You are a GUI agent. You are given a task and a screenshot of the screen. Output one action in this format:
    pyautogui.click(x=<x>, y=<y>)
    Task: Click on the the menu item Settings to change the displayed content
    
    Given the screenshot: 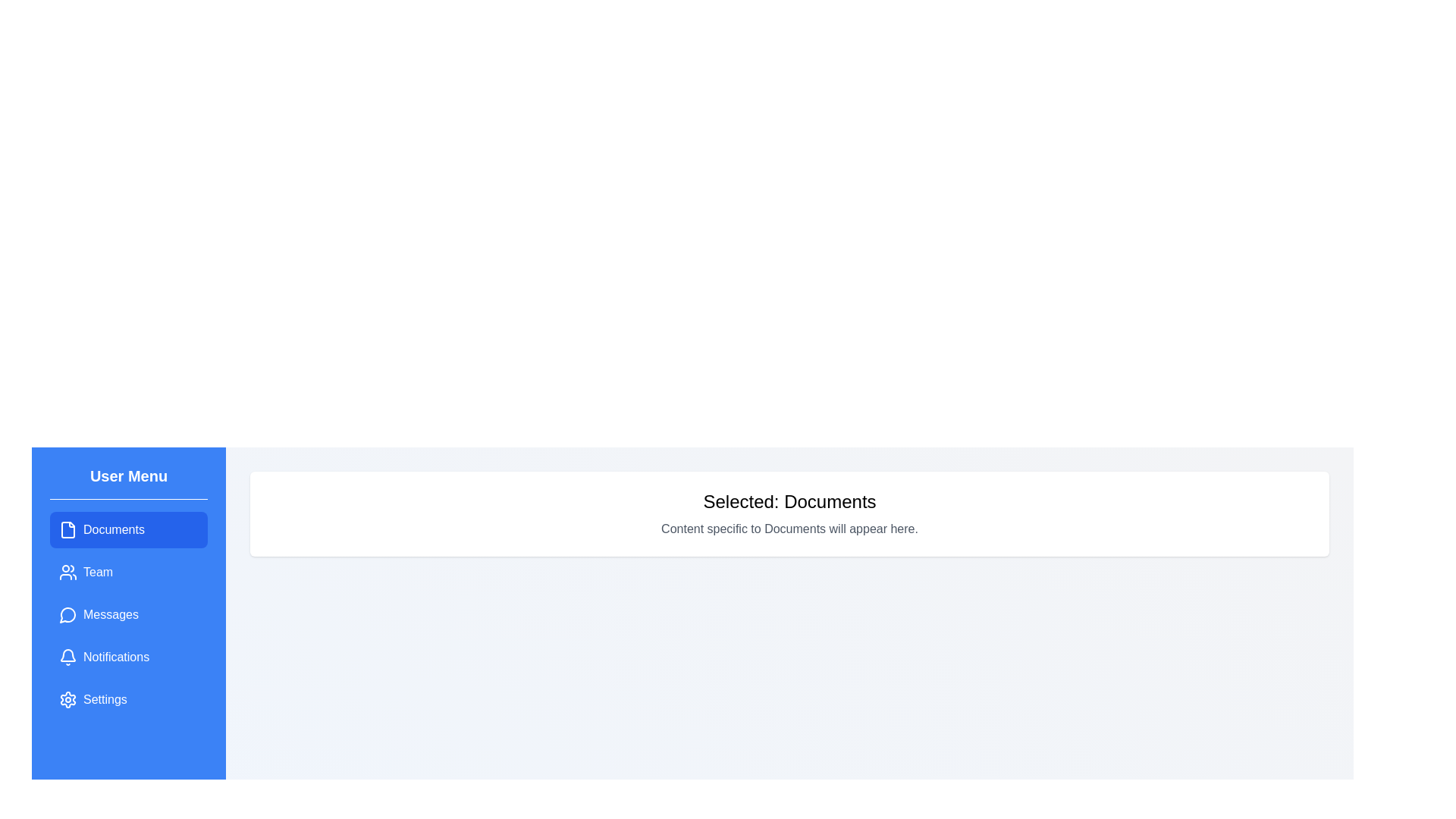 What is the action you would take?
    pyautogui.click(x=128, y=699)
    